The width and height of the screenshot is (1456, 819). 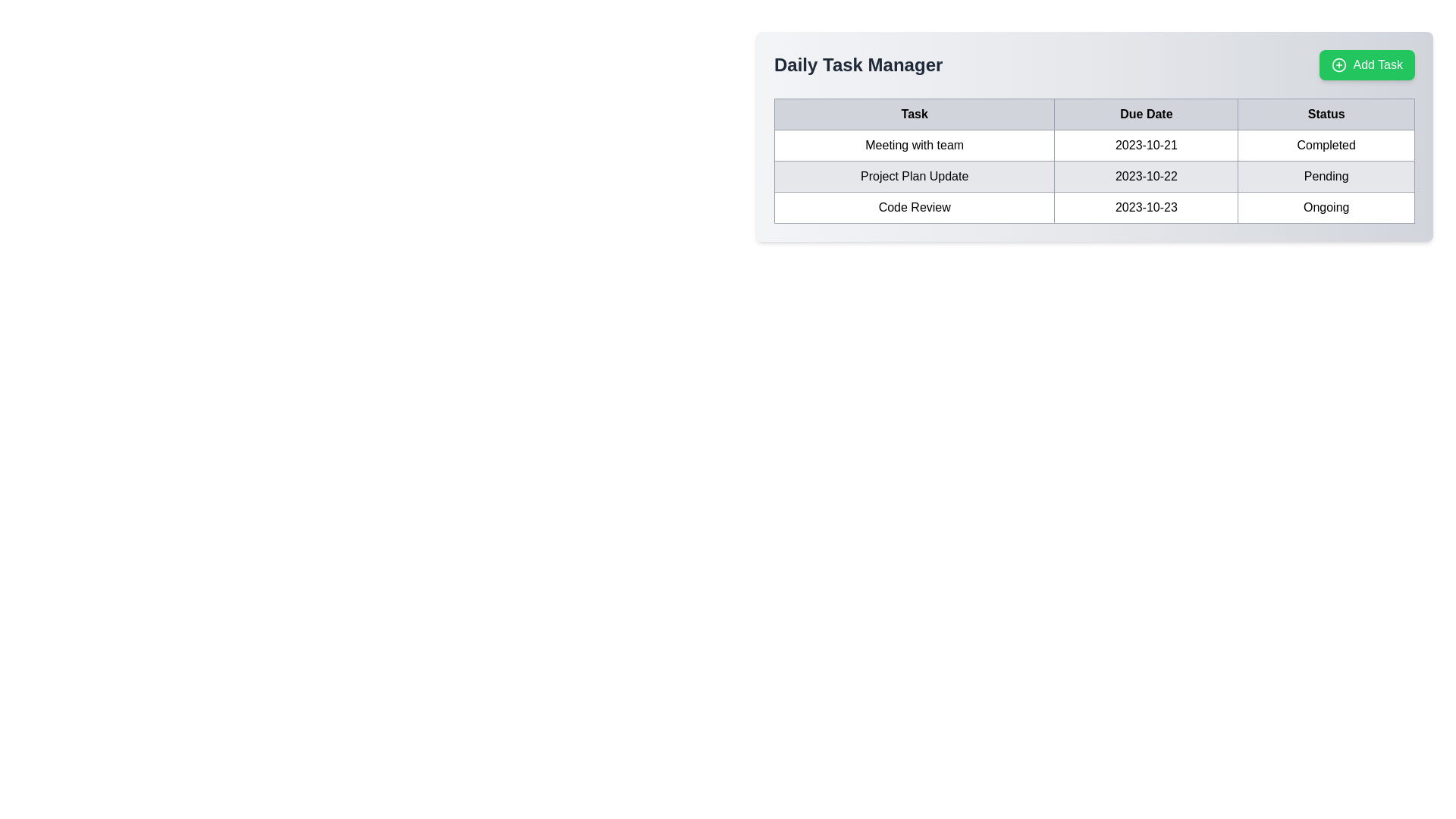 What do you see at coordinates (1326, 113) in the screenshot?
I see `the status header label, which is the last item in a row of cells in a task management table, positioned to the far-right, adjacent to 'Task' and 'Due Date'` at bounding box center [1326, 113].